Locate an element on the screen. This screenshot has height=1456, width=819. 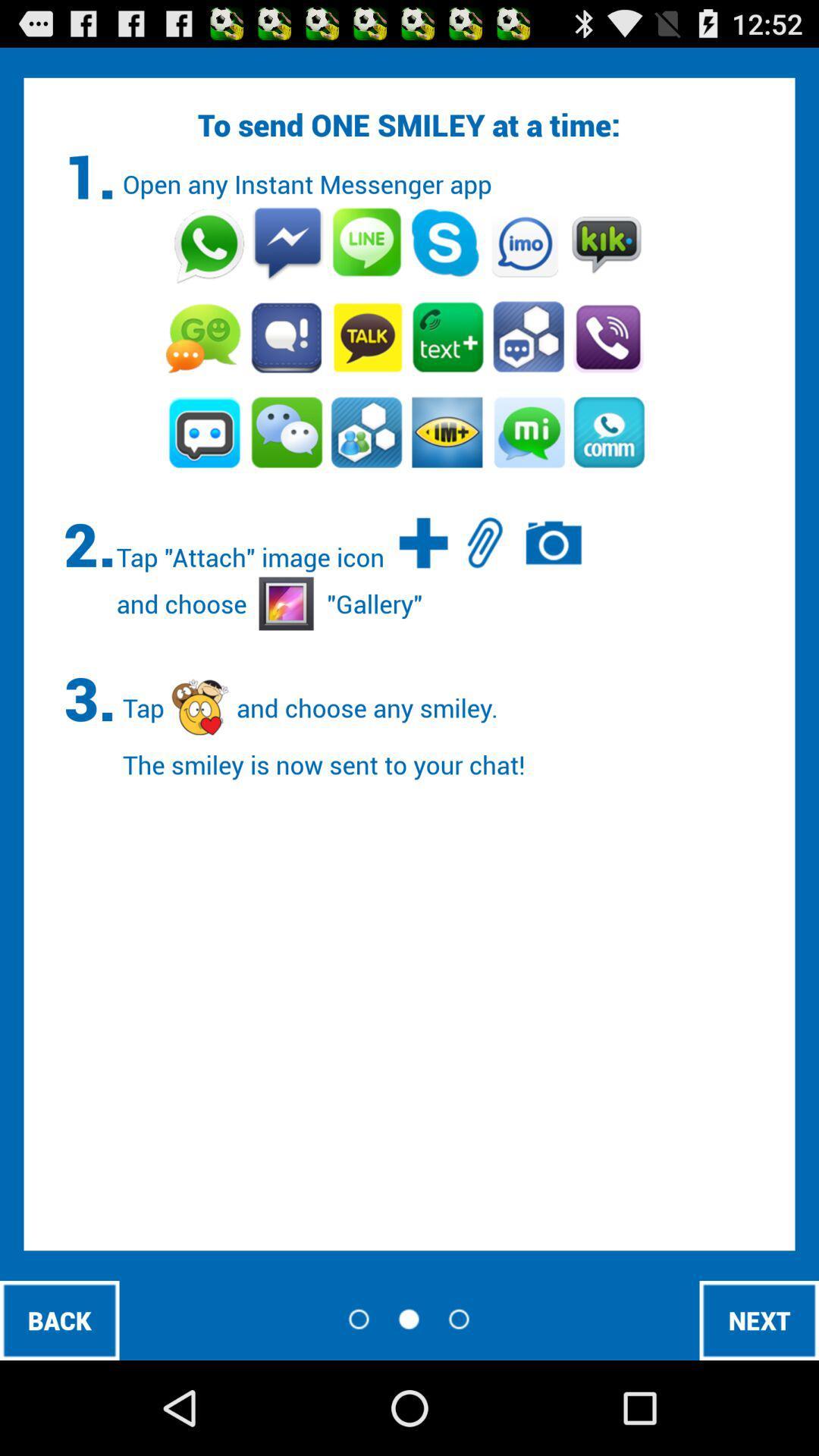
back at the bottom left corner is located at coordinates (58, 1319).